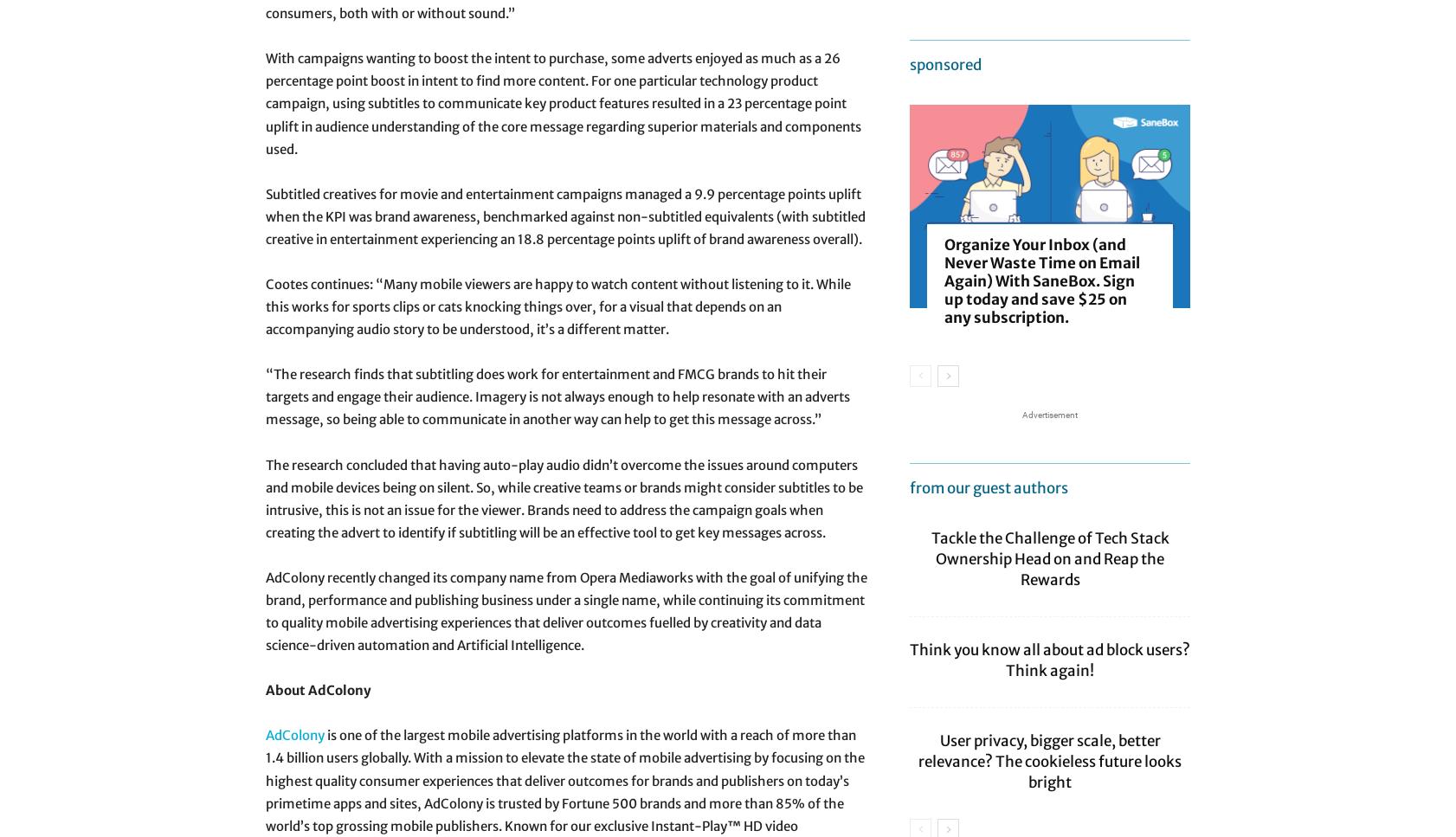 The height and width of the screenshot is (837, 1456). What do you see at coordinates (563, 102) in the screenshot?
I see `'With campaigns wanting to boost the intent to purchase, some adverts enjoyed as much as a 26 percentage point boost in intent to find more content. For one particular technology product campaign, using subtitles to communicate key product features resulted in a 23 percentage point uplift in audience understanding of the core message regarding superior materials and components used.'` at bounding box center [563, 102].